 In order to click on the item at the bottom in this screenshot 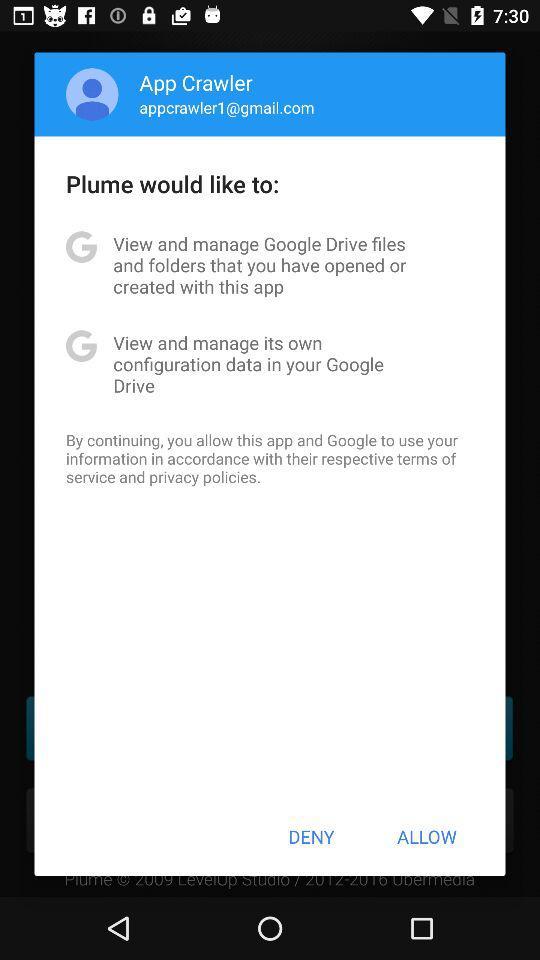, I will do `click(311, 836)`.